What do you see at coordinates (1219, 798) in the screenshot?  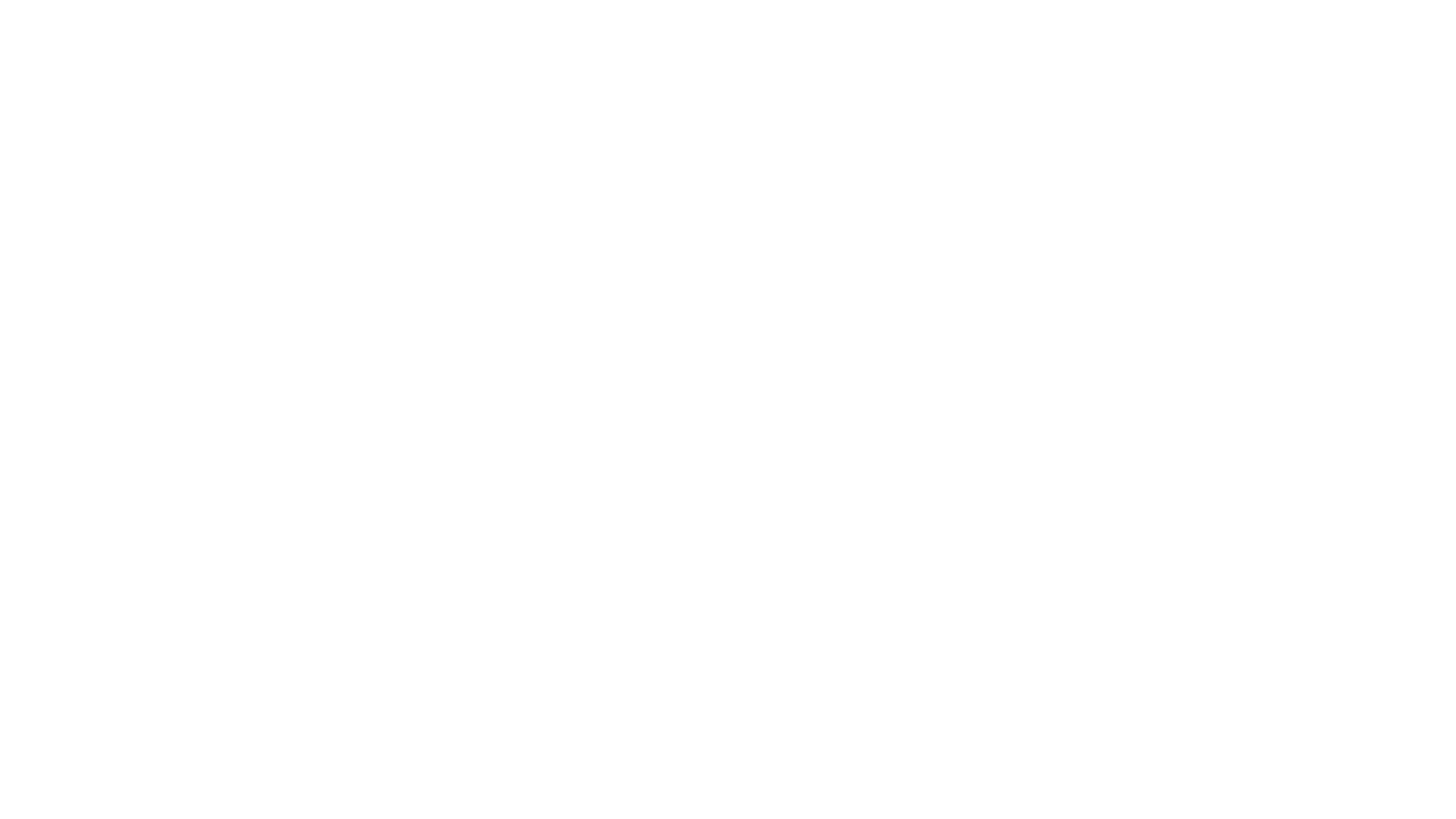 I see `Accept` at bounding box center [1219, 798].